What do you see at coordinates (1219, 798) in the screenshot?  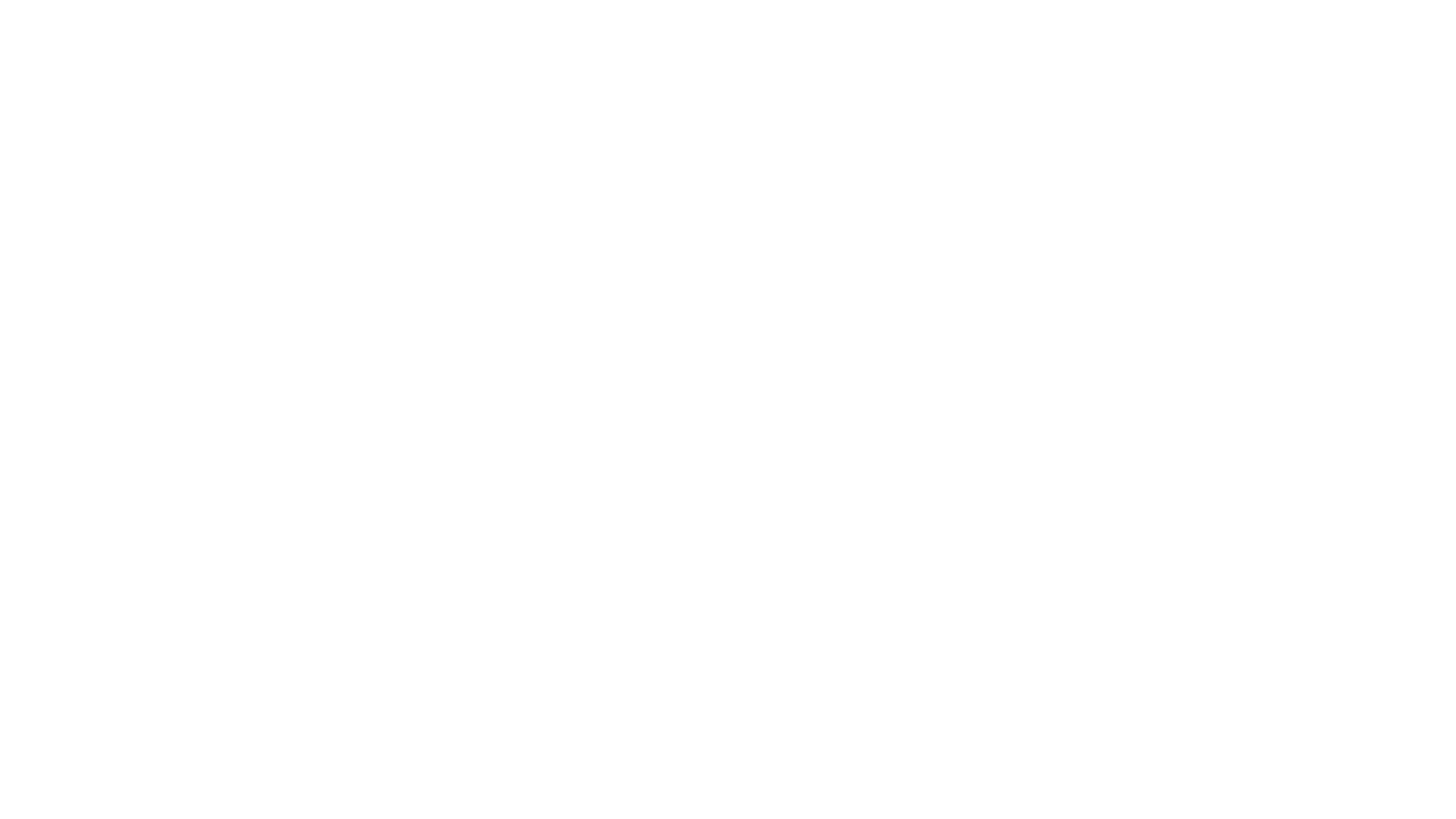 I see `Accept` at bounding box center [1219, 798].